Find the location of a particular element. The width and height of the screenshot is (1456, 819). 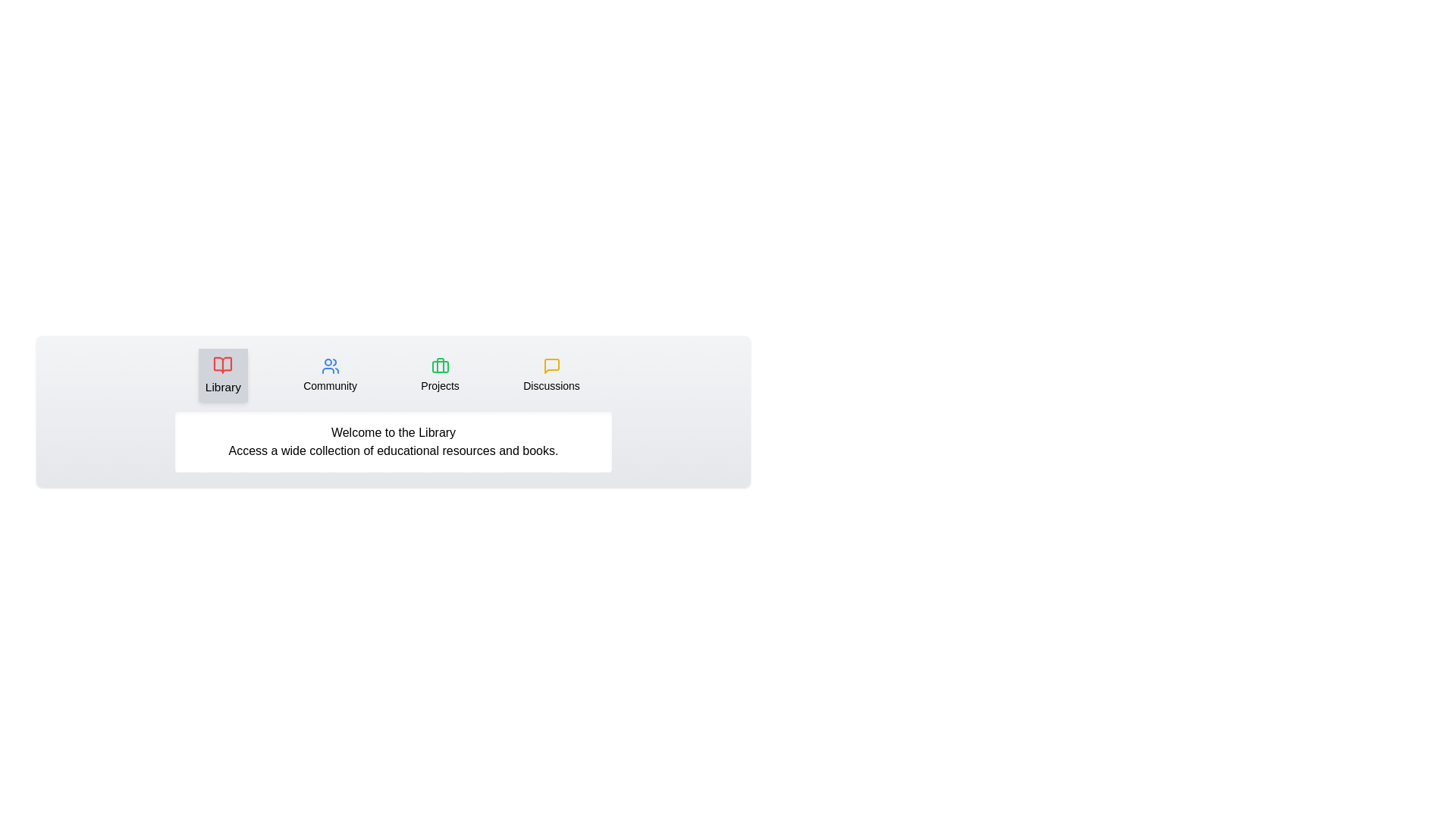

the green briefcase icon located above the 'Projects' text element for accessibility tools is located at coordinates (439, 366).